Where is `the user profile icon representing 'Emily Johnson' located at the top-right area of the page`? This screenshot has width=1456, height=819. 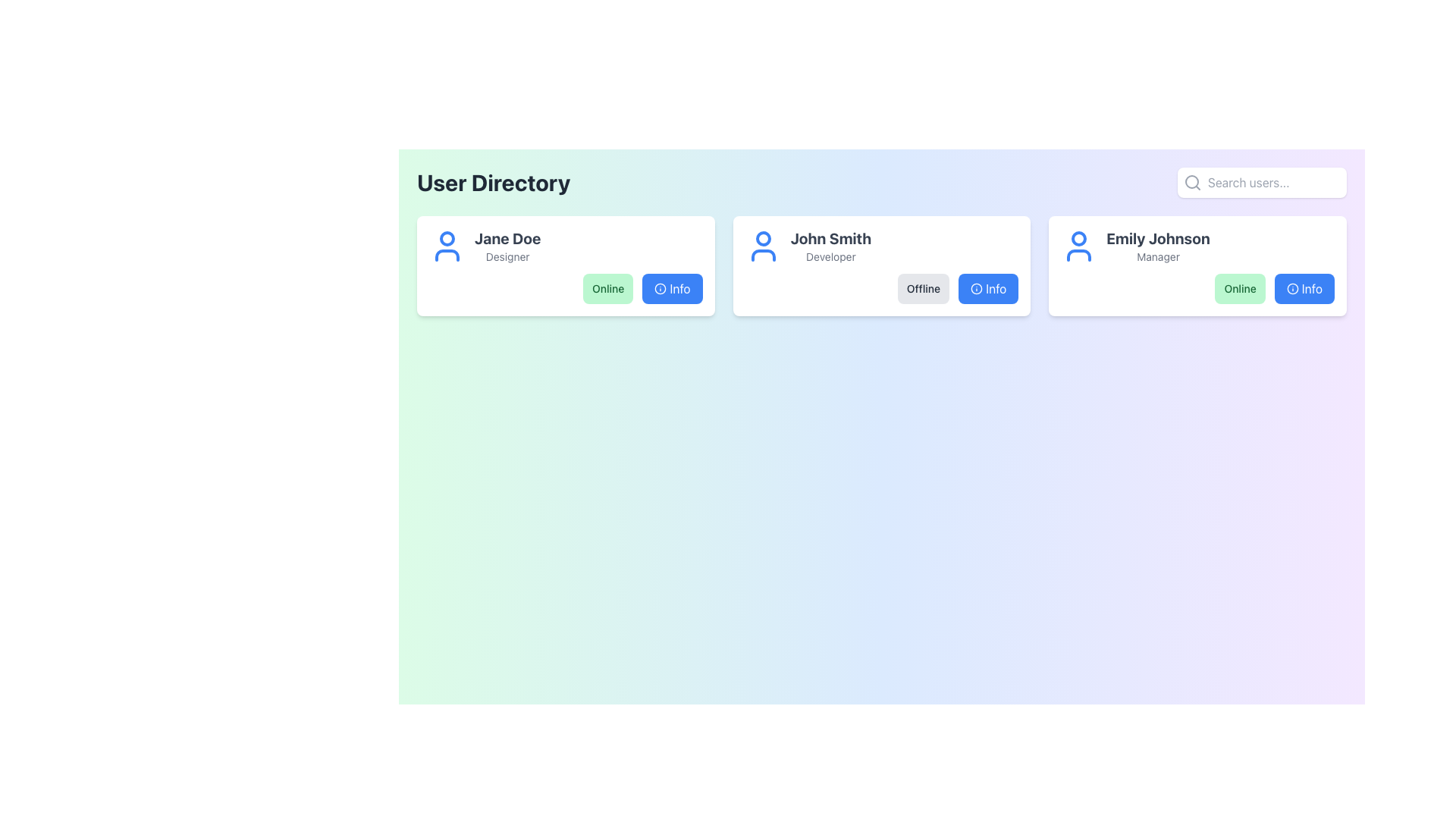
the user profile icon representing 'Emily Johnson' located at the top-right area of the page is located at coordinates (1078, 245).